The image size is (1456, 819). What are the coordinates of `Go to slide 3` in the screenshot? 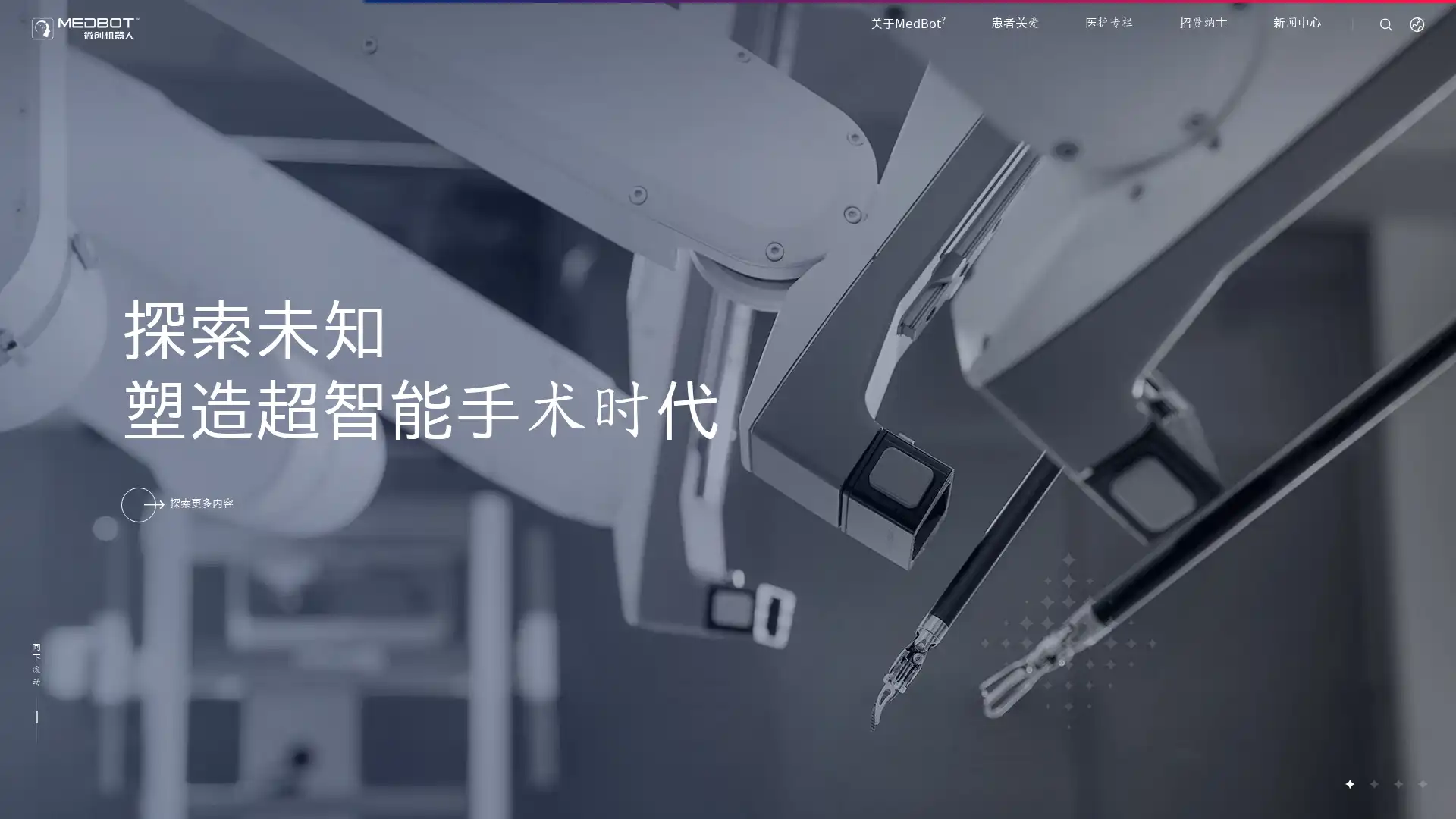 It's located at (1397, 783).